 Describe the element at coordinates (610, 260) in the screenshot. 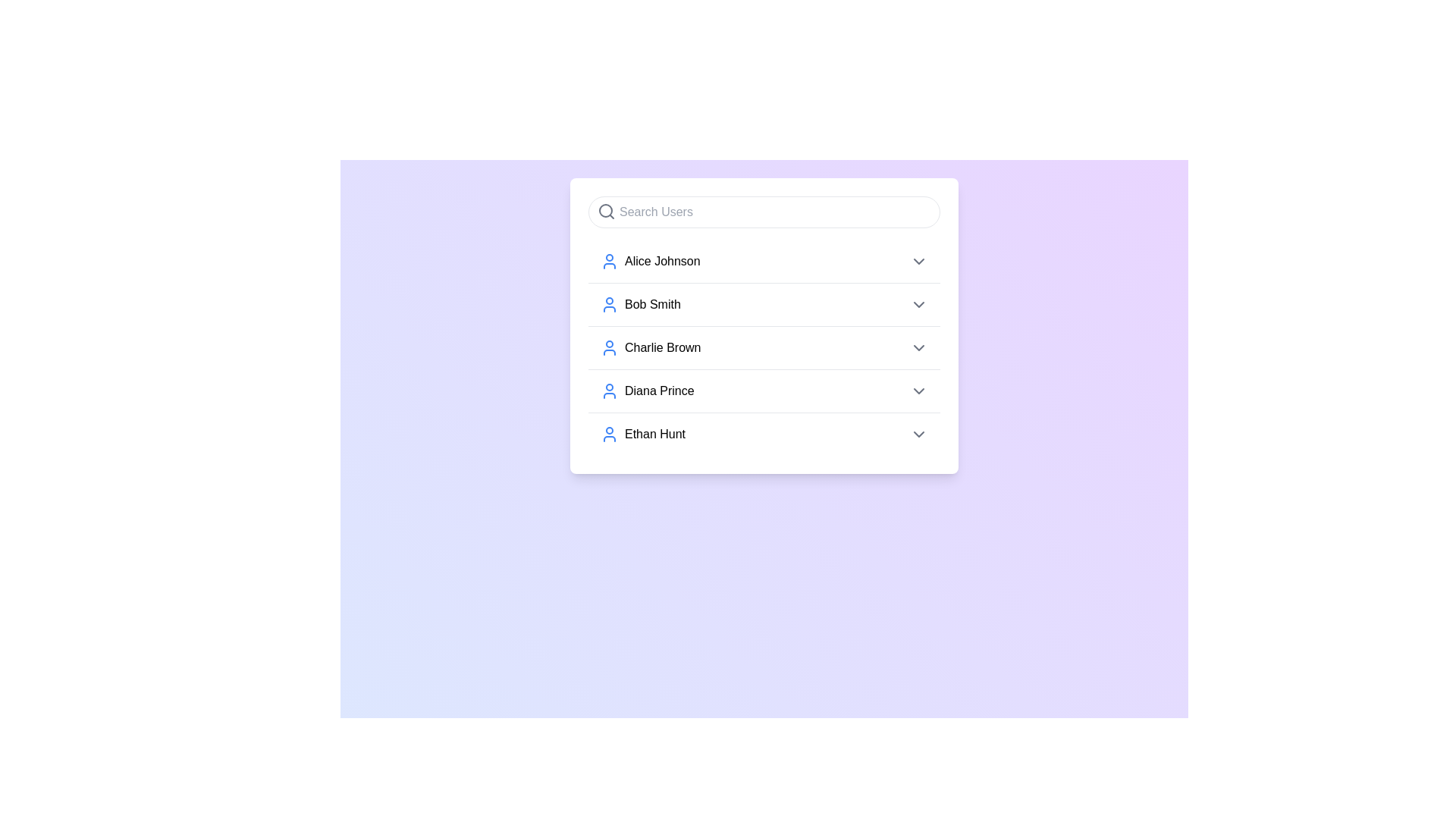

I see `the user avatar icon representing 'Alice Johnson'` at that location.